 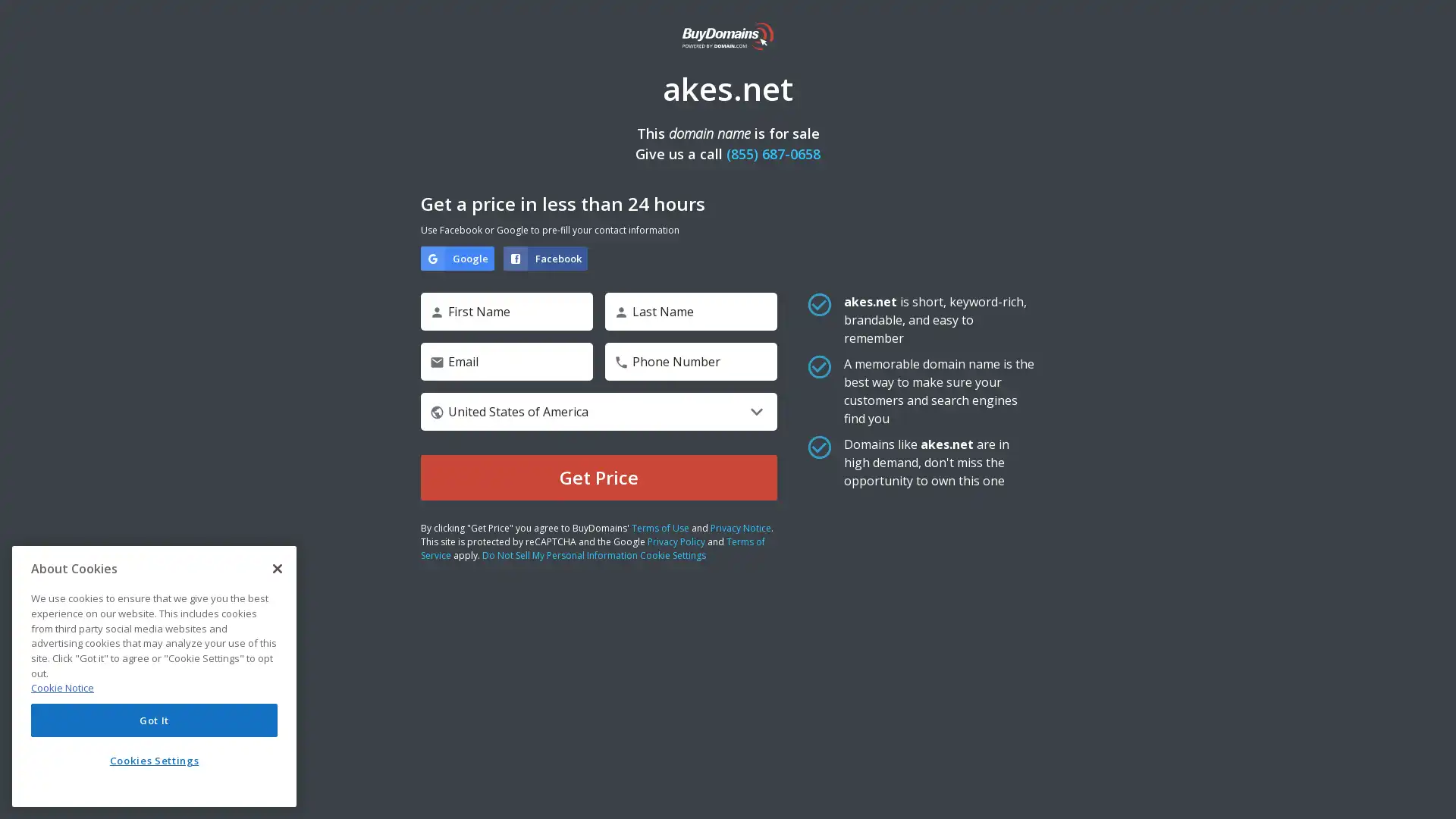 I want to click on Cookies Settings, so click(x=154, y=760).